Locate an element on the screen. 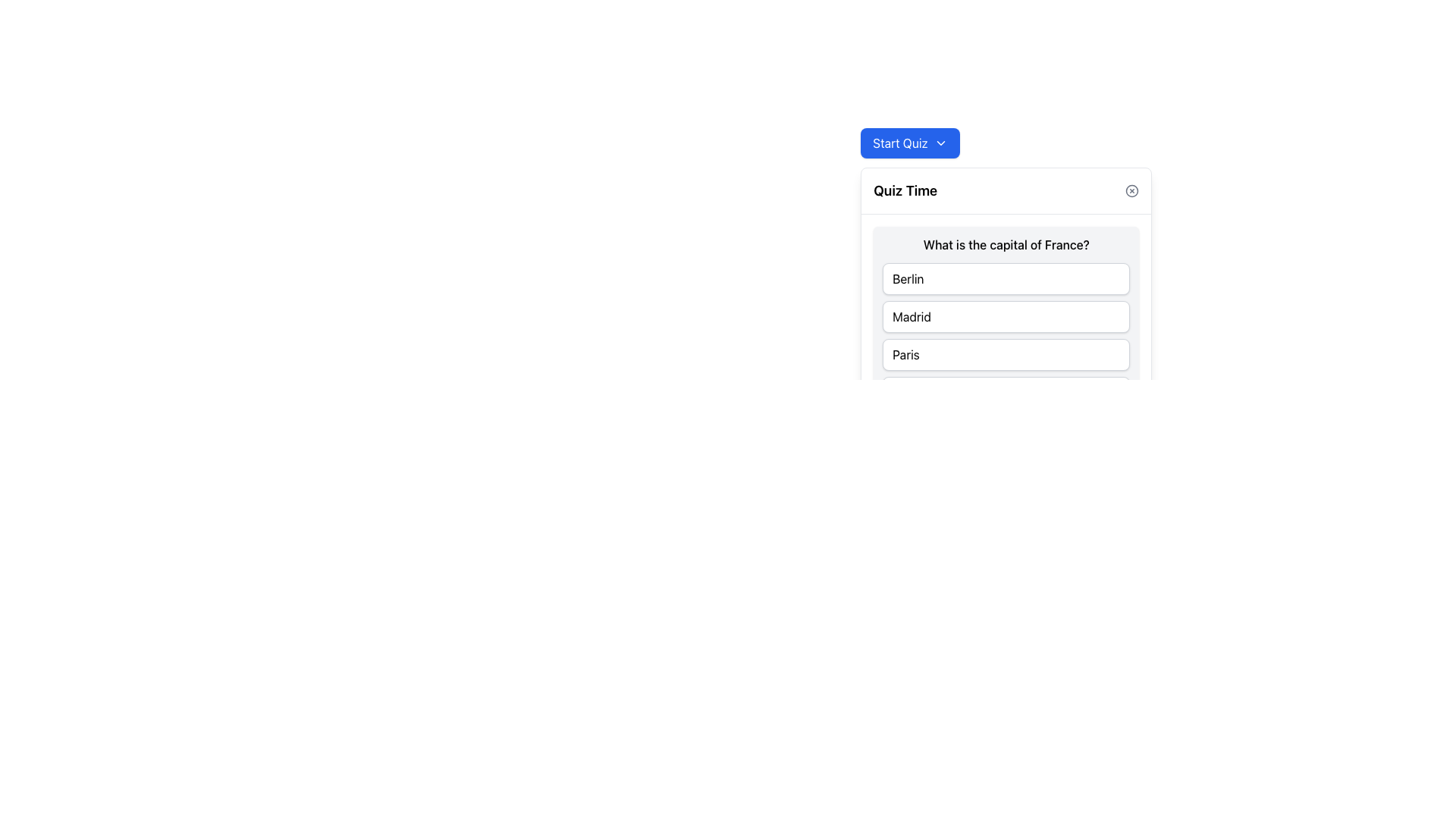 The image size is (1456, 819). the label that reads 'What is the capital of France?' which is located at the top of the card structure, just above the answer options is located at coordinates (1006, 244).